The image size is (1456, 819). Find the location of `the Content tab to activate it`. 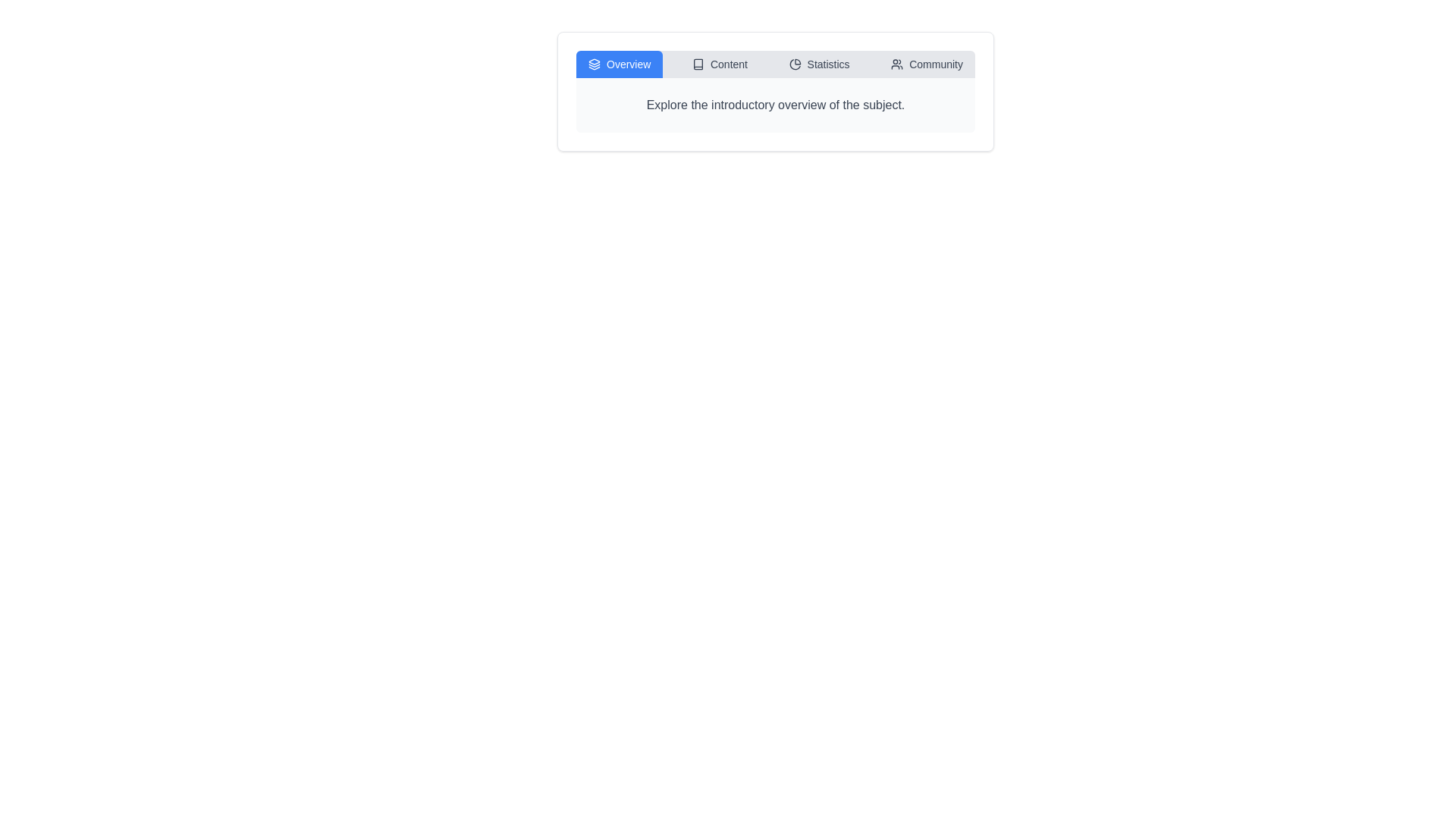

the Content tab to activate it is located at coordinates (719, 63).